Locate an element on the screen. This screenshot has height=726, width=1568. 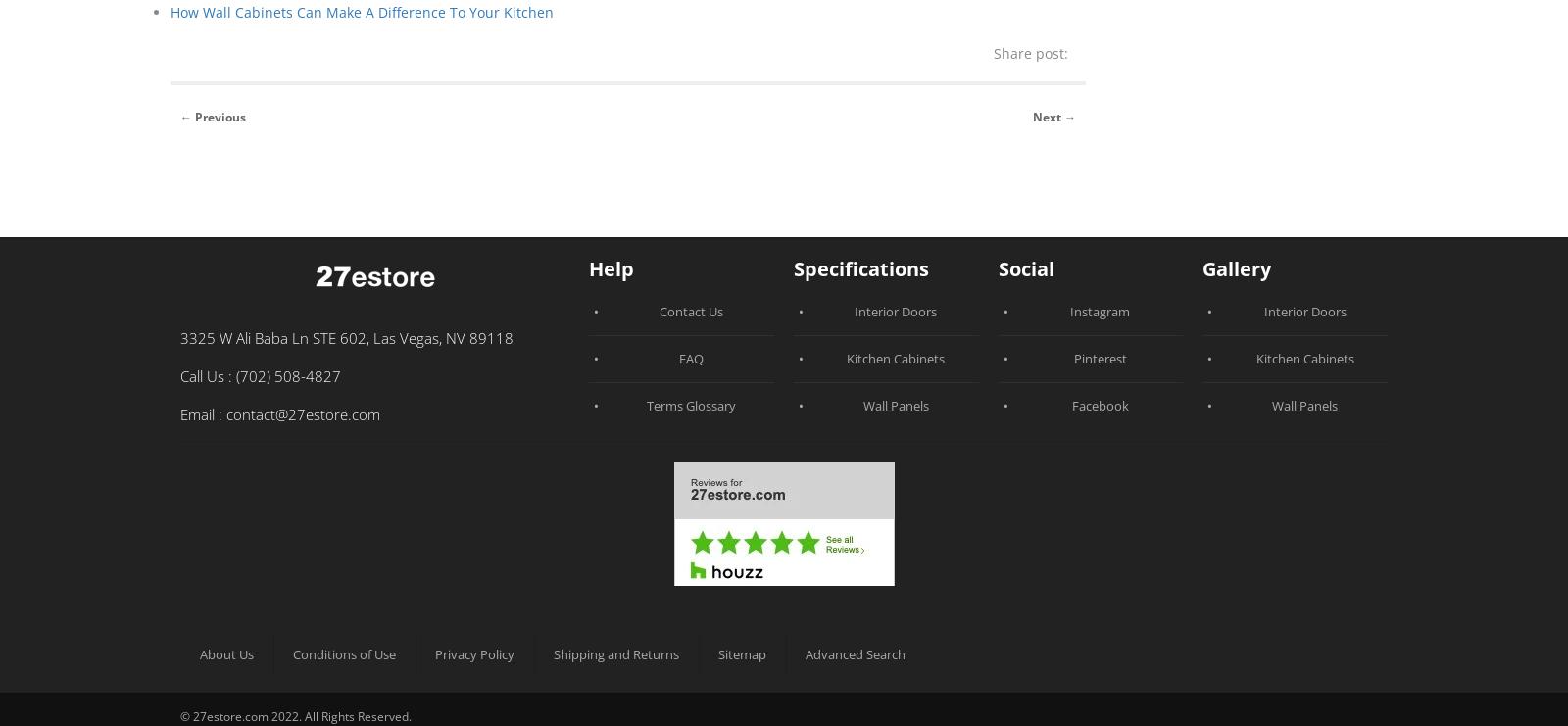
'contact@27estore.com' is located at coordinates (303, 411).